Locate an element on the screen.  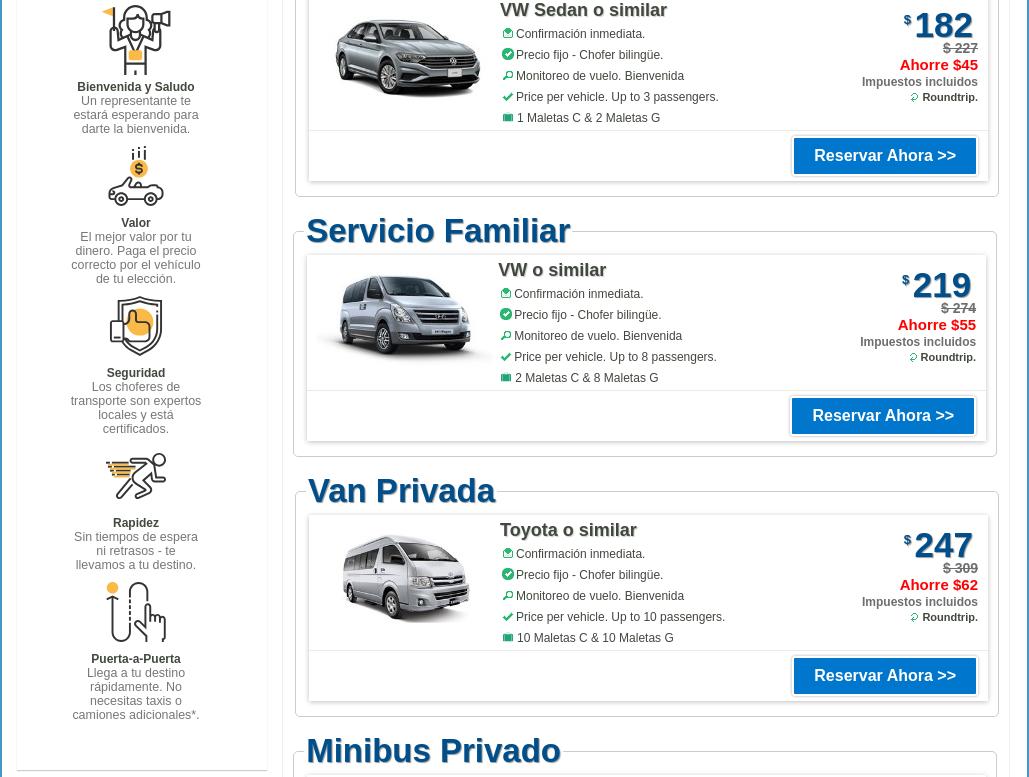
'Un representante te estará esperando para darte la bienvenida.' is located at coordinates (134, 114).